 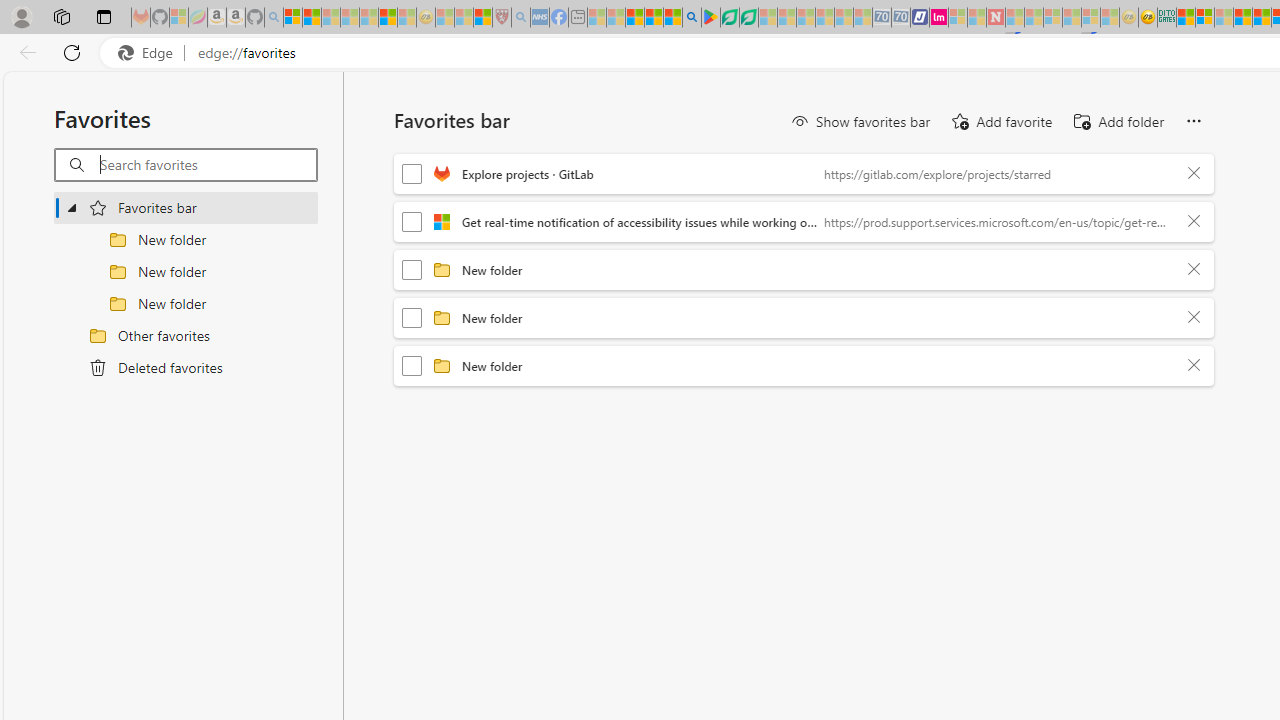 What do you see at coordinates (501, 17) in the screenshot?
I see `'Robert H. Shmerling, MD - Harvard Health - Sleeping'` at bounding box center [501, 17].